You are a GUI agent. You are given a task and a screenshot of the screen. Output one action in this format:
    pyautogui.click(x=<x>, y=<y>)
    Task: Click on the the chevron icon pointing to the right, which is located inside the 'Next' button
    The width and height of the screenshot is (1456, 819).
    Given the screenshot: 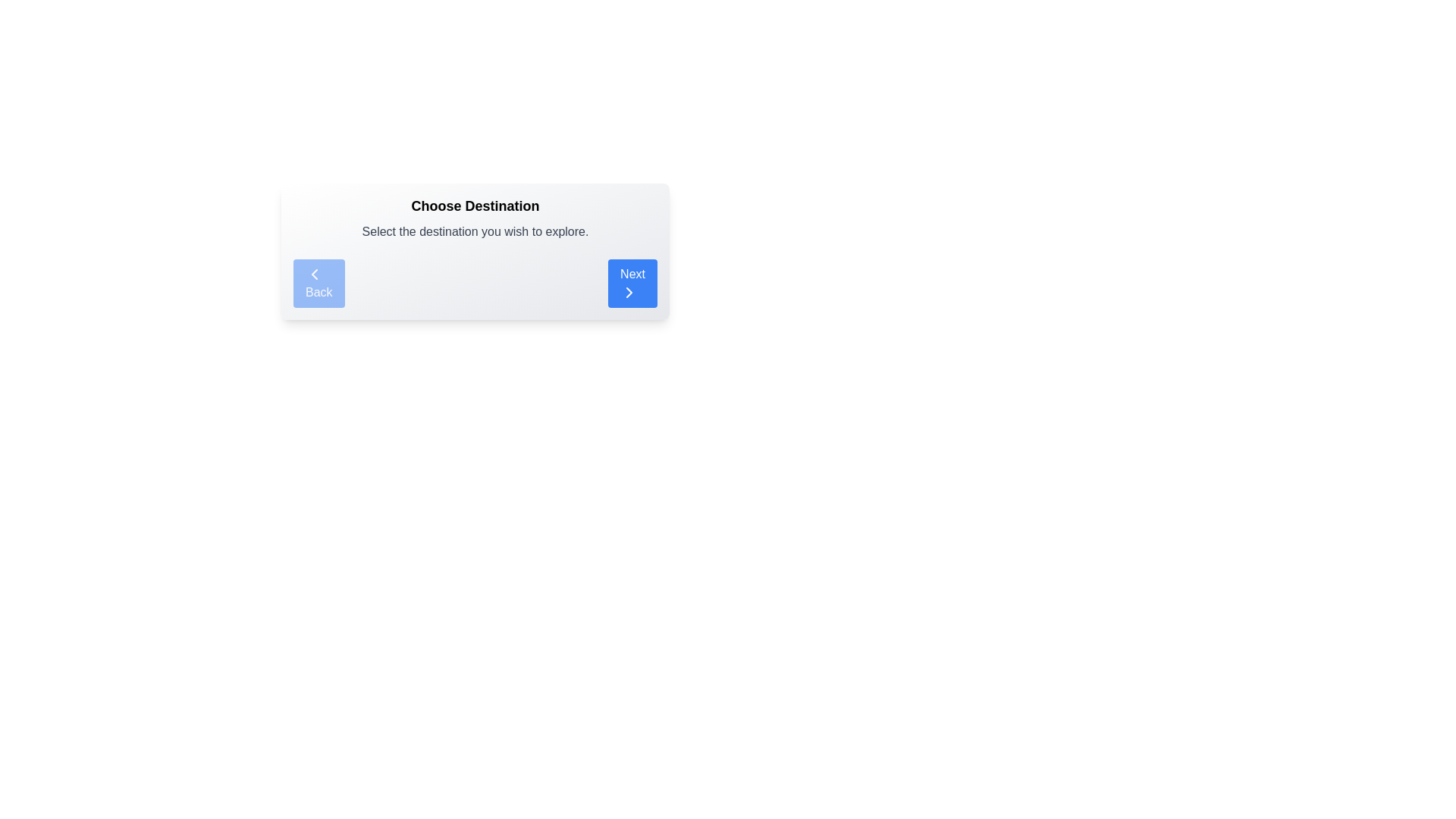 What is the action you would take?
    pyautogui.click(x=629, y=292)
    